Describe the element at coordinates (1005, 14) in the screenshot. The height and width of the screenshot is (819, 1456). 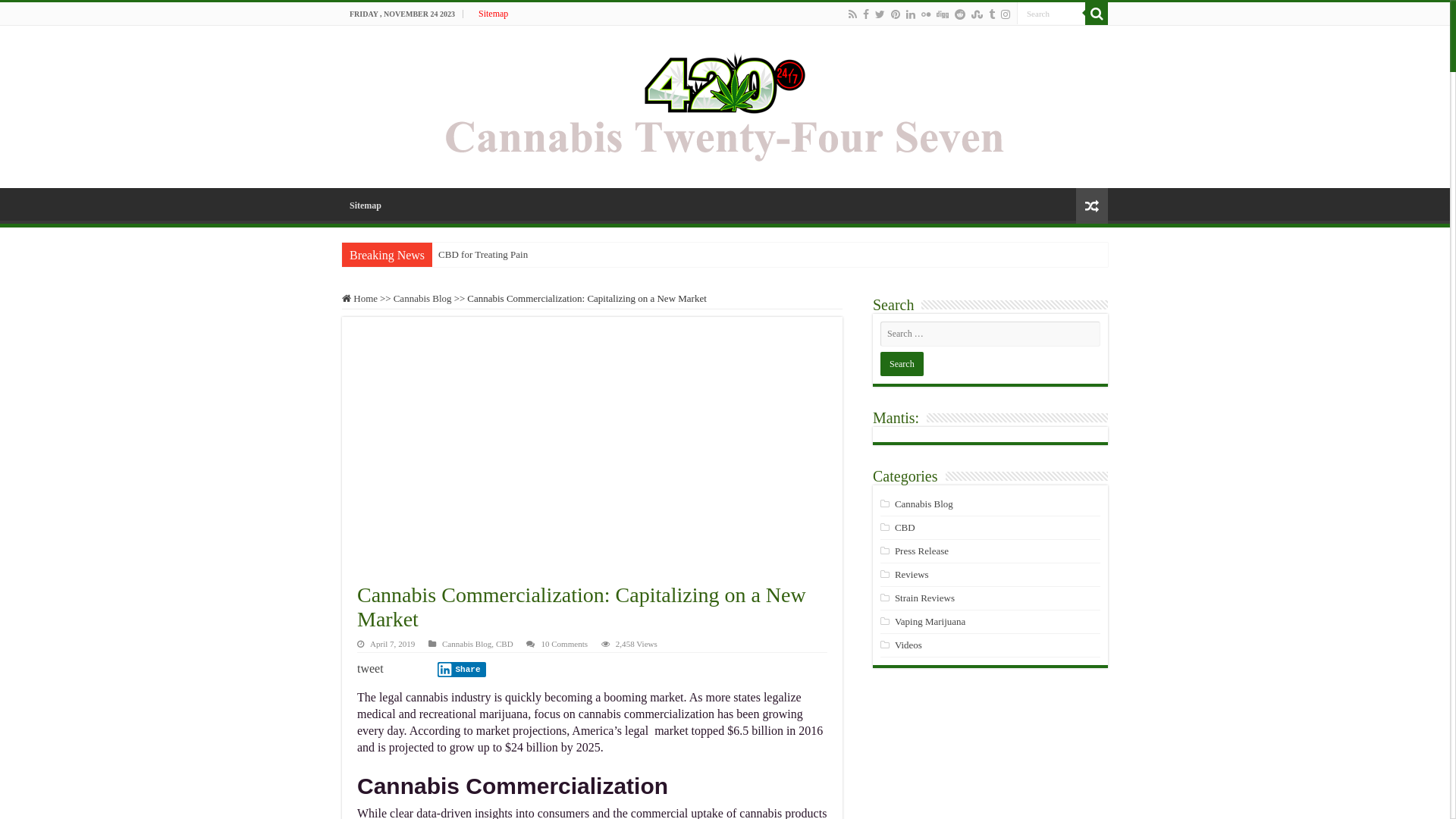
I see `'instagram'` at that location.